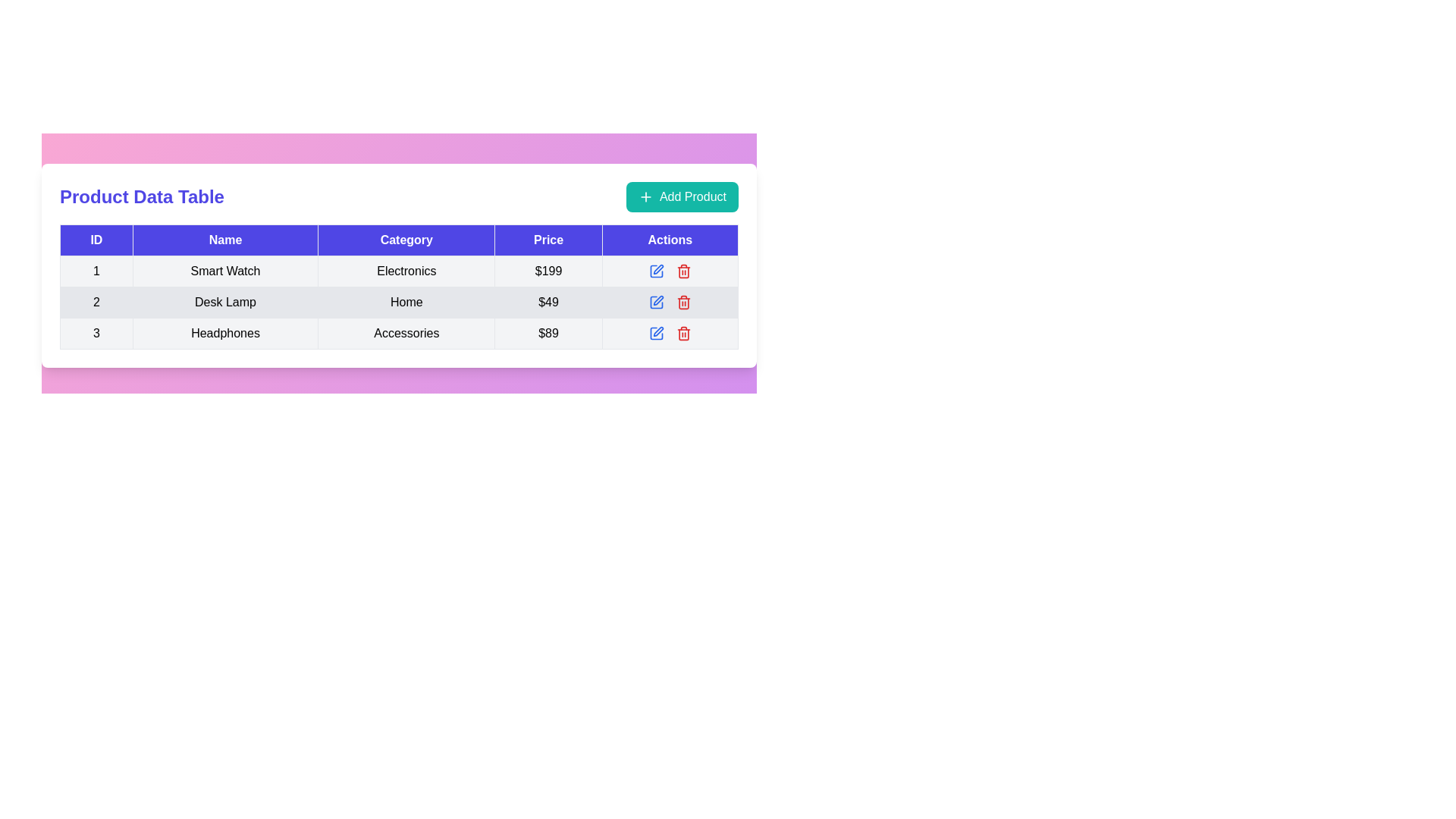 The image size is (1456, 819). I want to click on on the static text element displaying the category for the 'Headphones' product located in the 'Category' column of the table, so click(406, 332).